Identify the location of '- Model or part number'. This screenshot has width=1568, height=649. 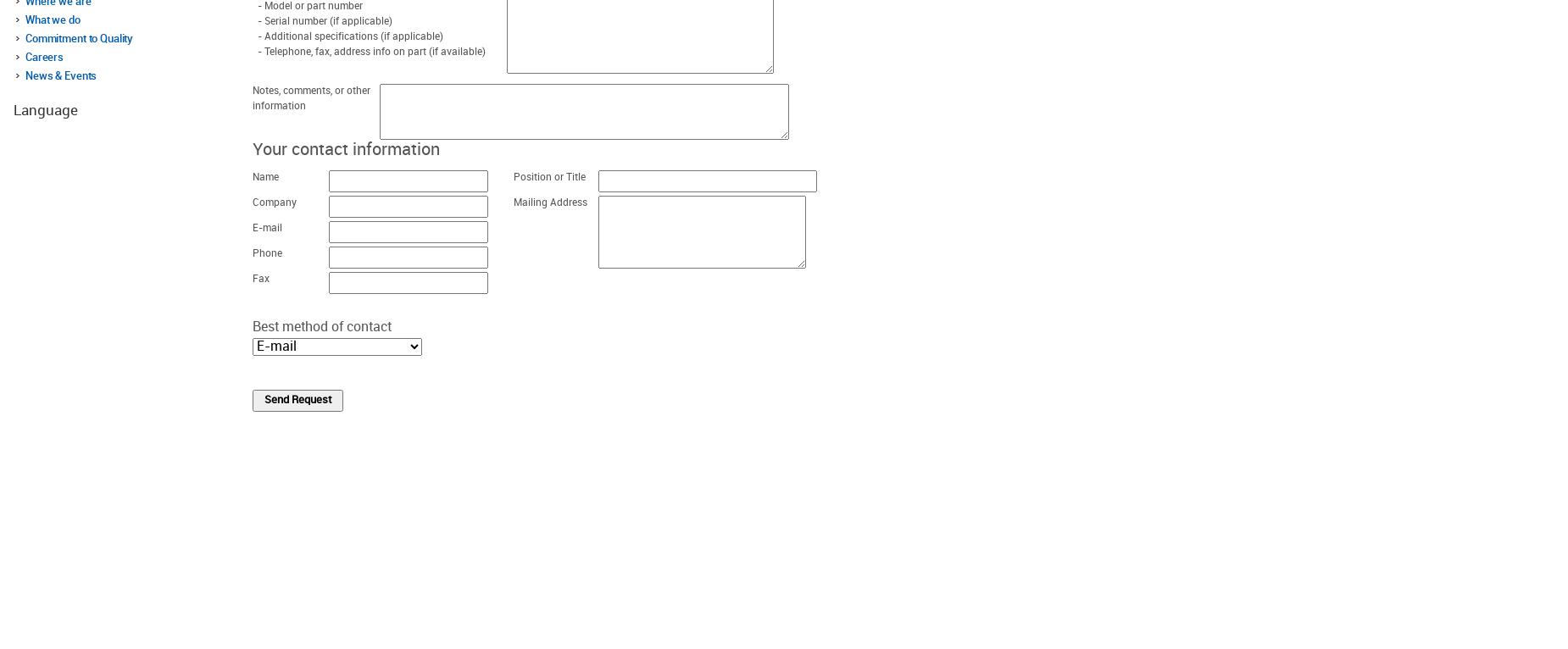
(306, 5).